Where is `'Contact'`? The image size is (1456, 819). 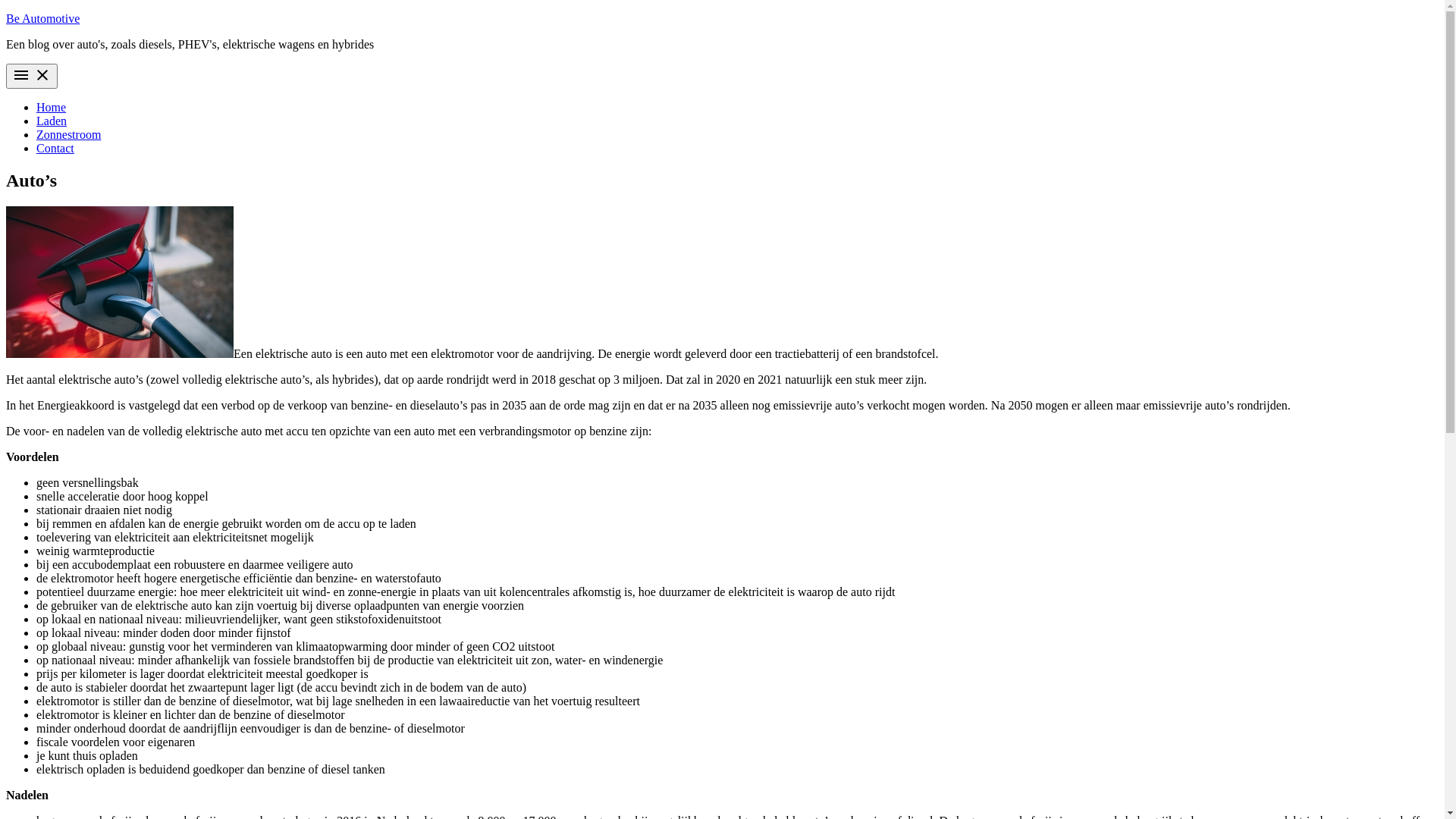
'Contact' is located at coordinates (55, 148).